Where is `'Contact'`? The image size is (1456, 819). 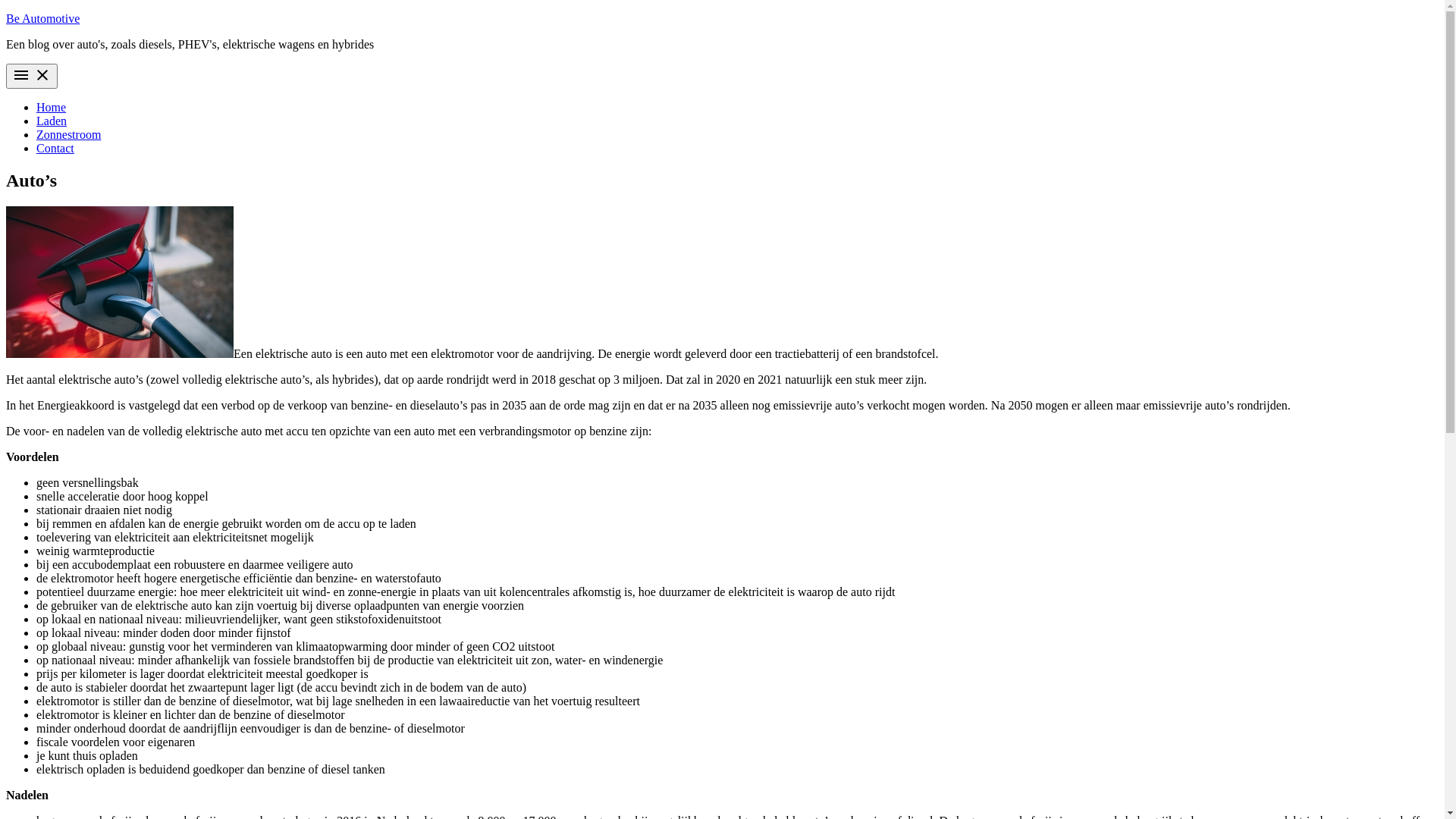
'Contact' is located at coordinates (55, 148).